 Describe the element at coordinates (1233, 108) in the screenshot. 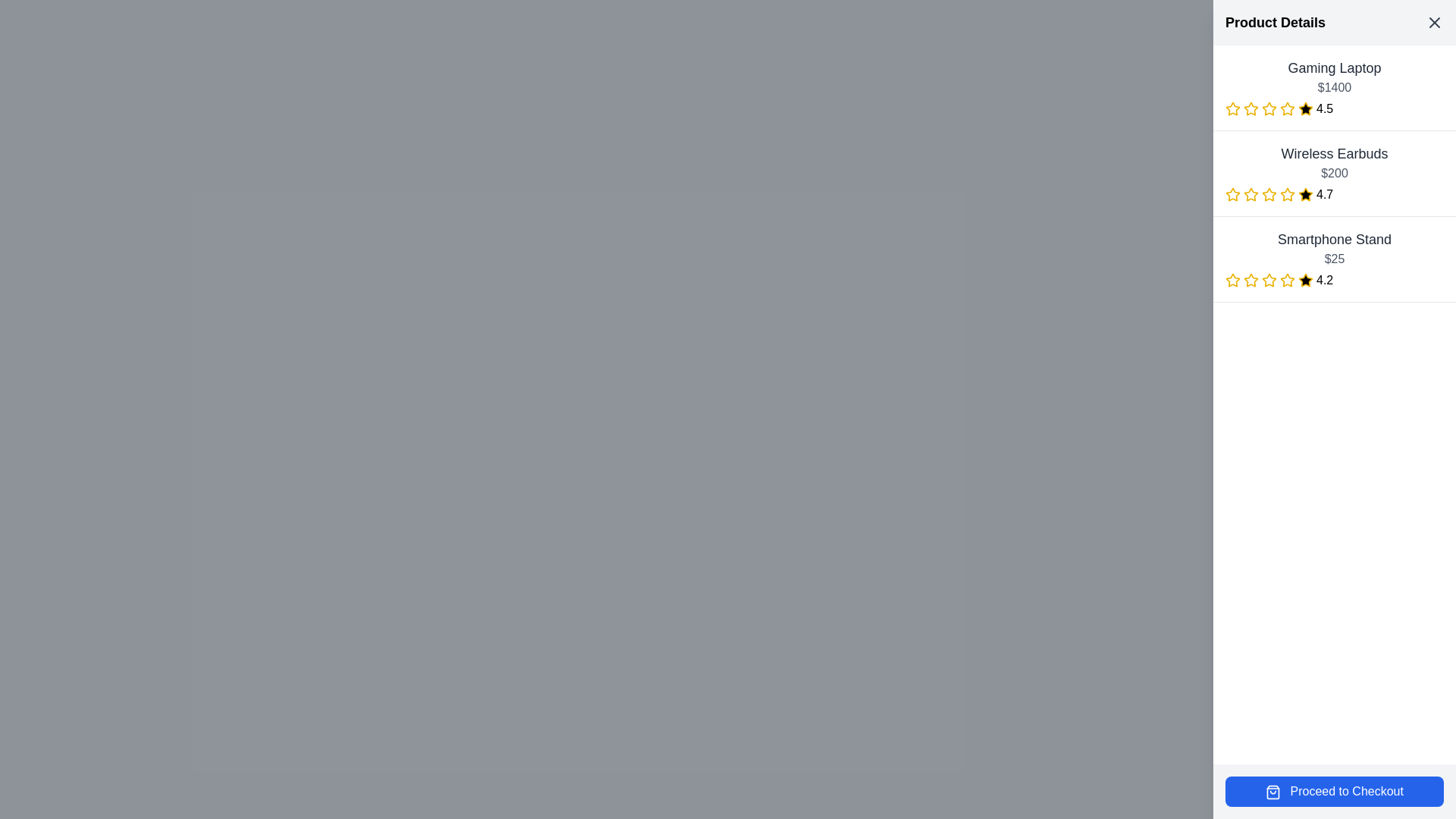

I see `the first star icon in the 4.5 star rating system for the 'Gaming Laptop' product, located directly under the 'Gaming Laptop' label in the 'Product Details' section` at that location.